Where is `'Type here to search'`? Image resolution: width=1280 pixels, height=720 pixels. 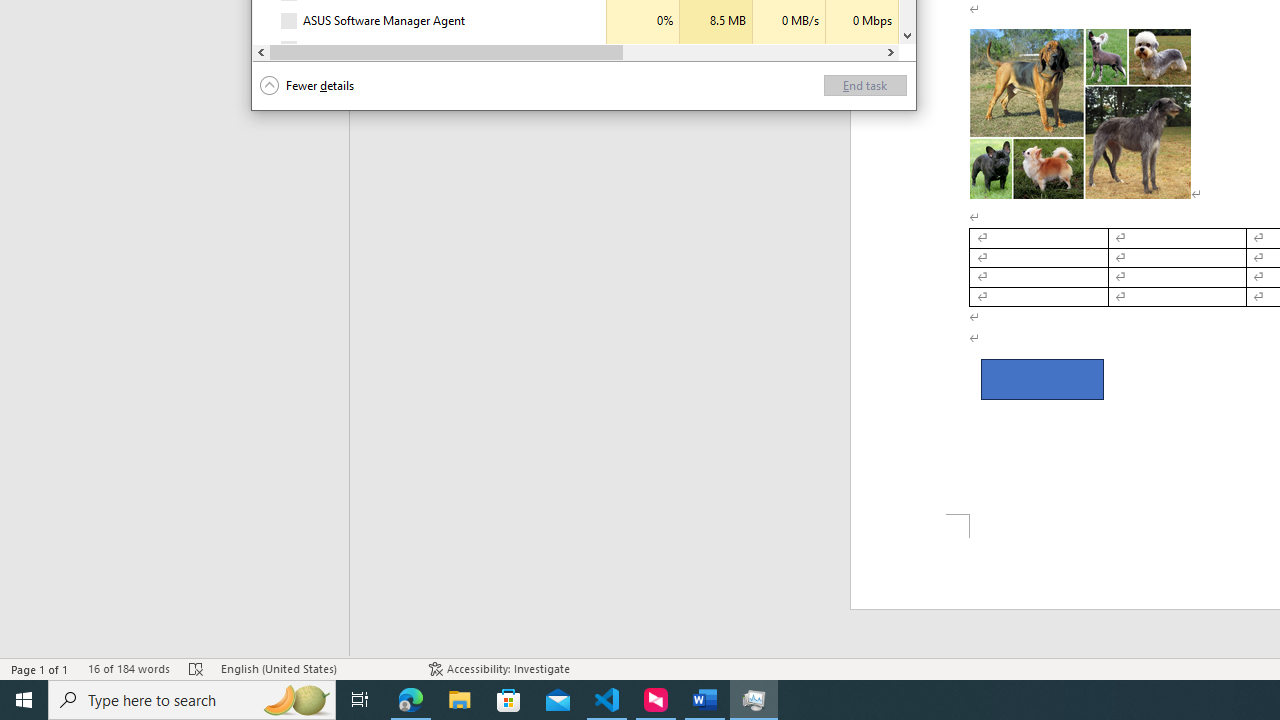
'Type here to search' is located at coordinates (192, 698).